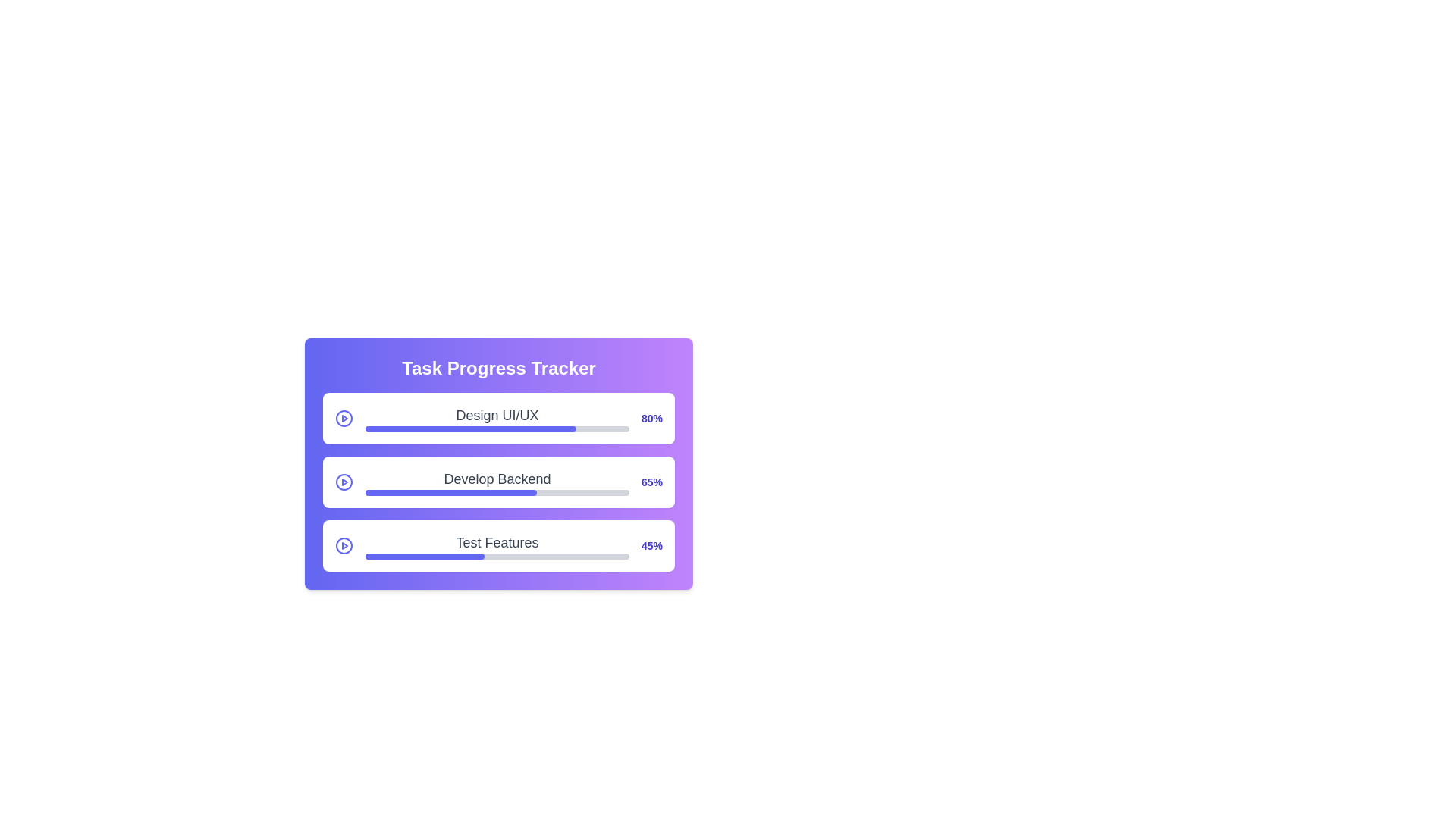 The width and height of the screenshot is (1456, 819). Describe the element at coordinates (497, 546) in the screenshot. I see `the text label that serves as the title for the task in the third card of the task progress list, located above the progress bar and horizontally centered` at that location.